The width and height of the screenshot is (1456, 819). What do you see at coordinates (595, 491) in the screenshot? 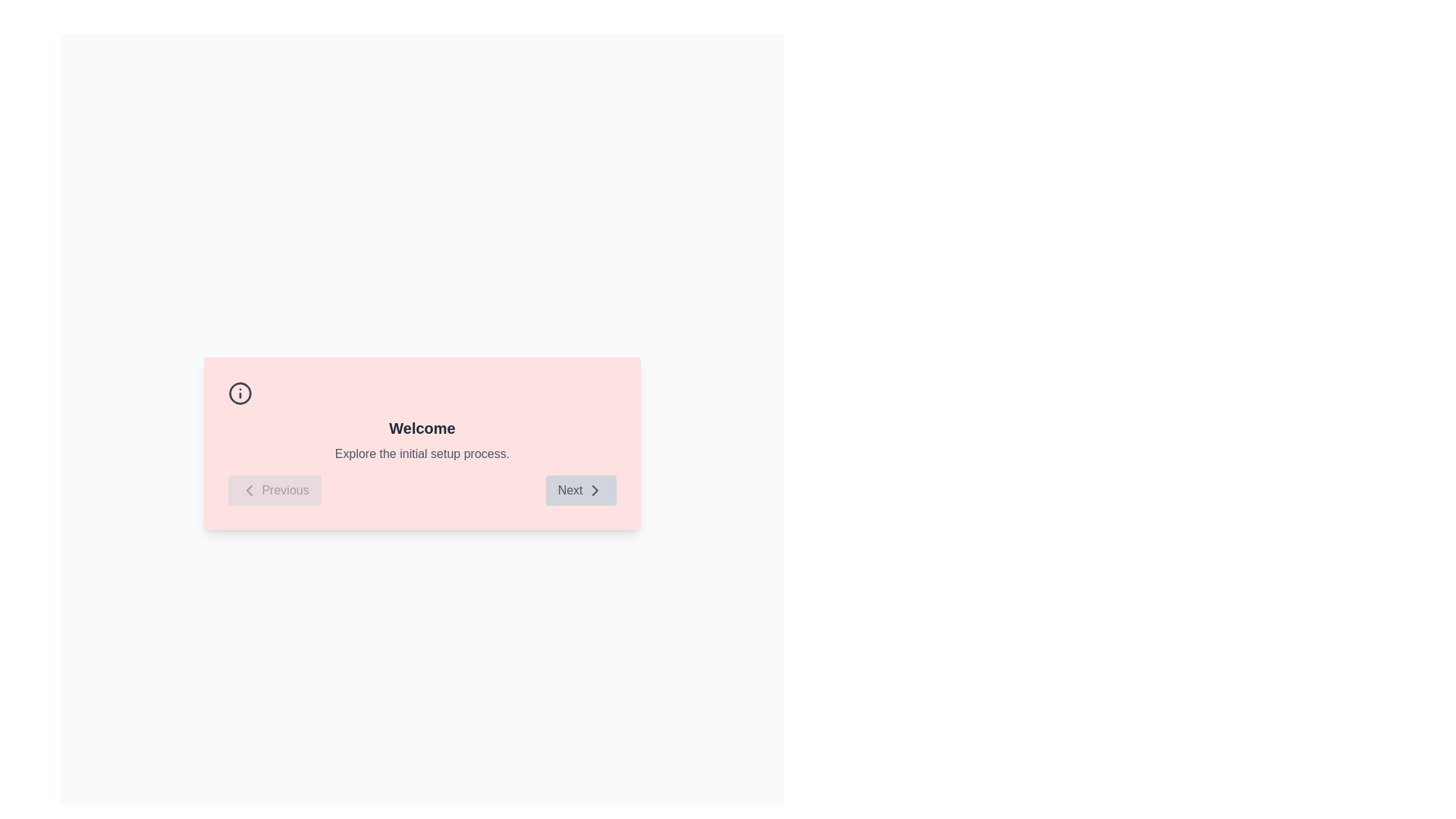
I see `the chevron-right icon located inside the 'Next' button, which indicates the forward direction` at bounding box center [595, 491].